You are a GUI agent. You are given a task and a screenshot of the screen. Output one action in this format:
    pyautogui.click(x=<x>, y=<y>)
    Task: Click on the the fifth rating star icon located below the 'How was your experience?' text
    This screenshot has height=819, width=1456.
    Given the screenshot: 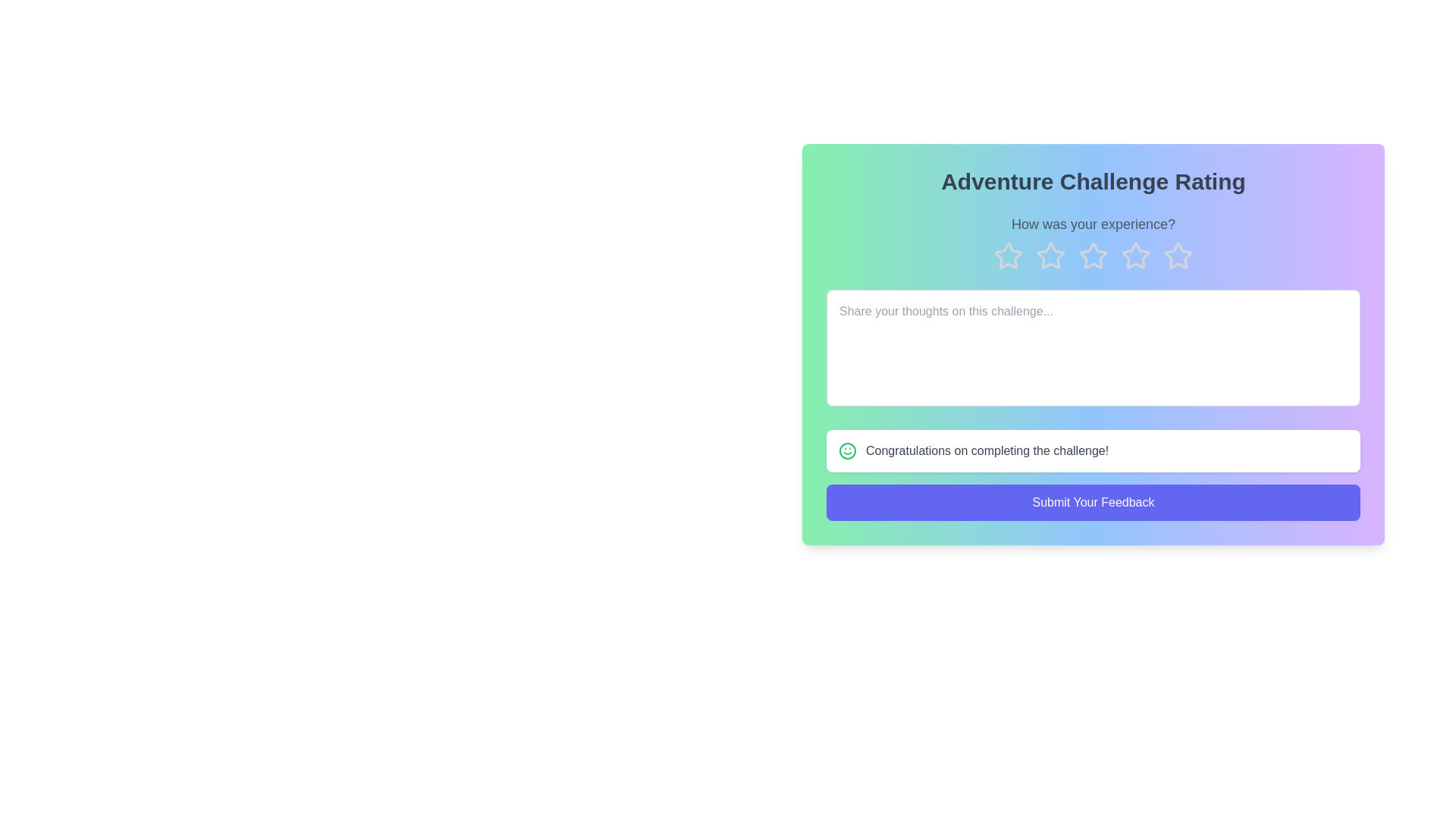 What is the action you would take?
    pyautogui.click(x=1178, y=256)
    